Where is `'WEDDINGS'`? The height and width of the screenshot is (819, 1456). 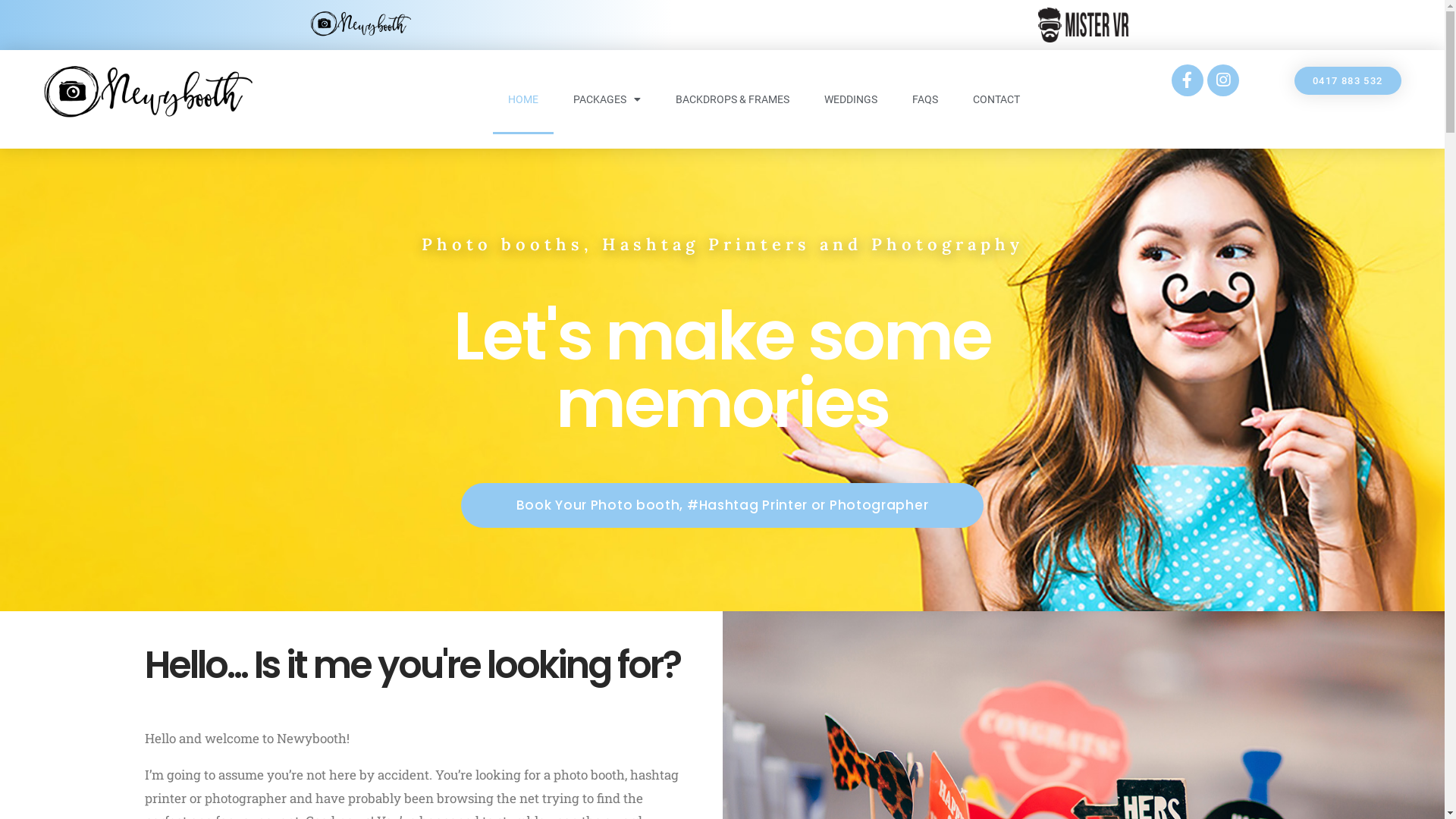 'WEDDINGS' is located at coordinates (851, 99).